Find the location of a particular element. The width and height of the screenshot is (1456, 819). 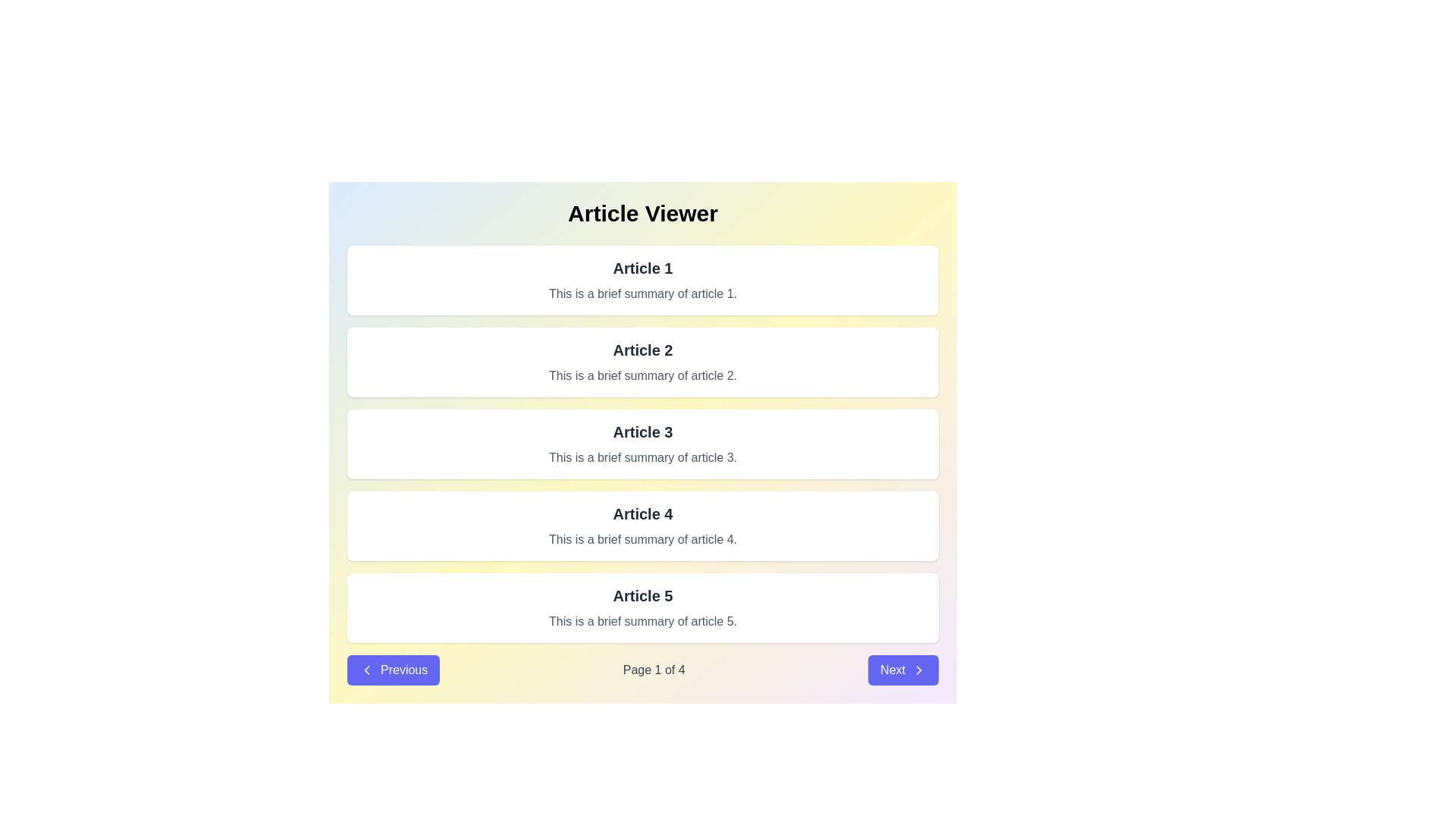

the text label displaying 'This is a brief summary of article 3.' which is styled with a light gray font and located beneath the bold title 'Article 3' within a white rounded card is located at coordinates (643, 457).